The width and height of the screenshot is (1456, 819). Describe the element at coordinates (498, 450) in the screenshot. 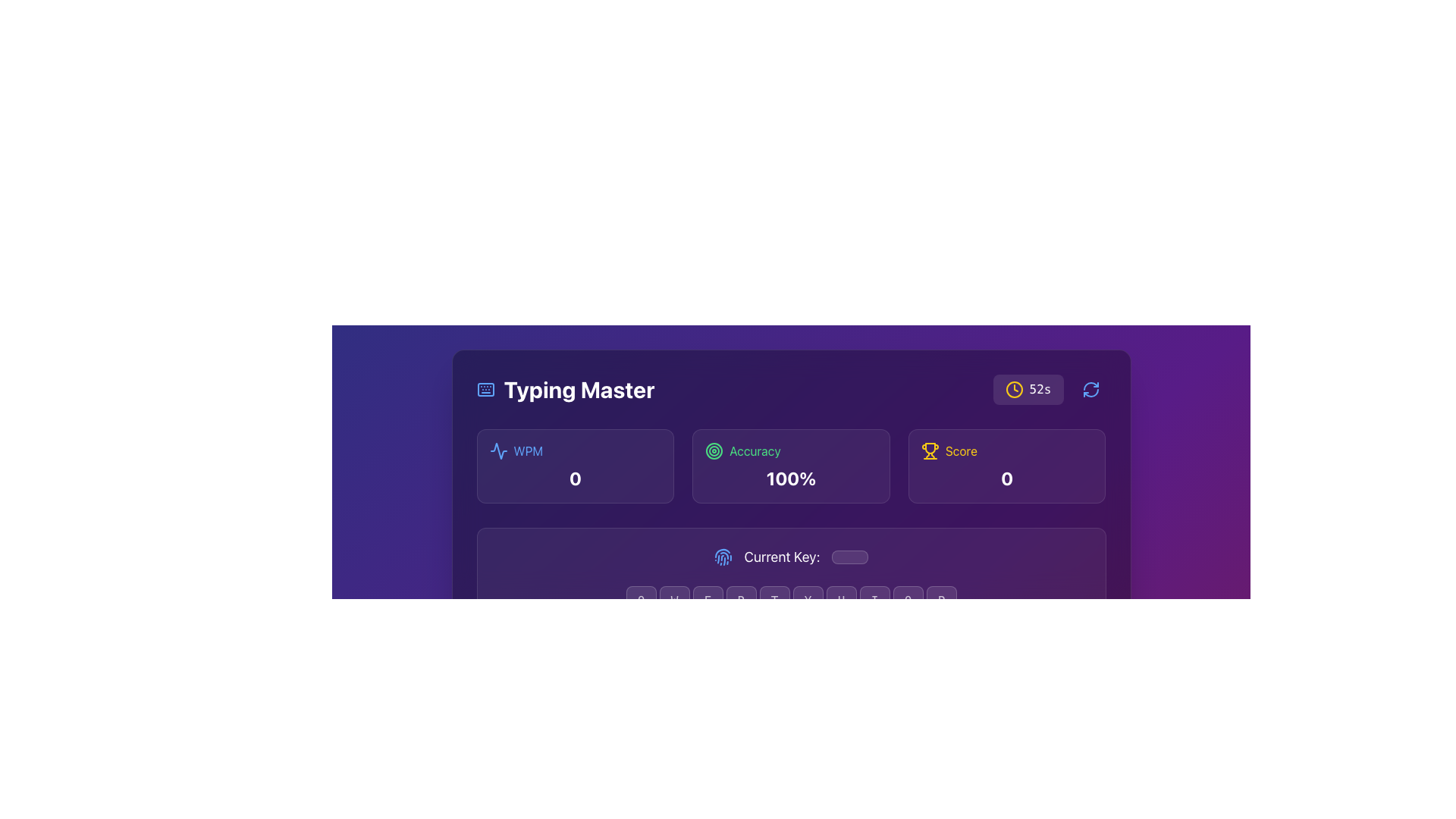

I see `the decorative icon representing 'WPM' located to the left of the 'WPM' text and above the numeric display` at that location.